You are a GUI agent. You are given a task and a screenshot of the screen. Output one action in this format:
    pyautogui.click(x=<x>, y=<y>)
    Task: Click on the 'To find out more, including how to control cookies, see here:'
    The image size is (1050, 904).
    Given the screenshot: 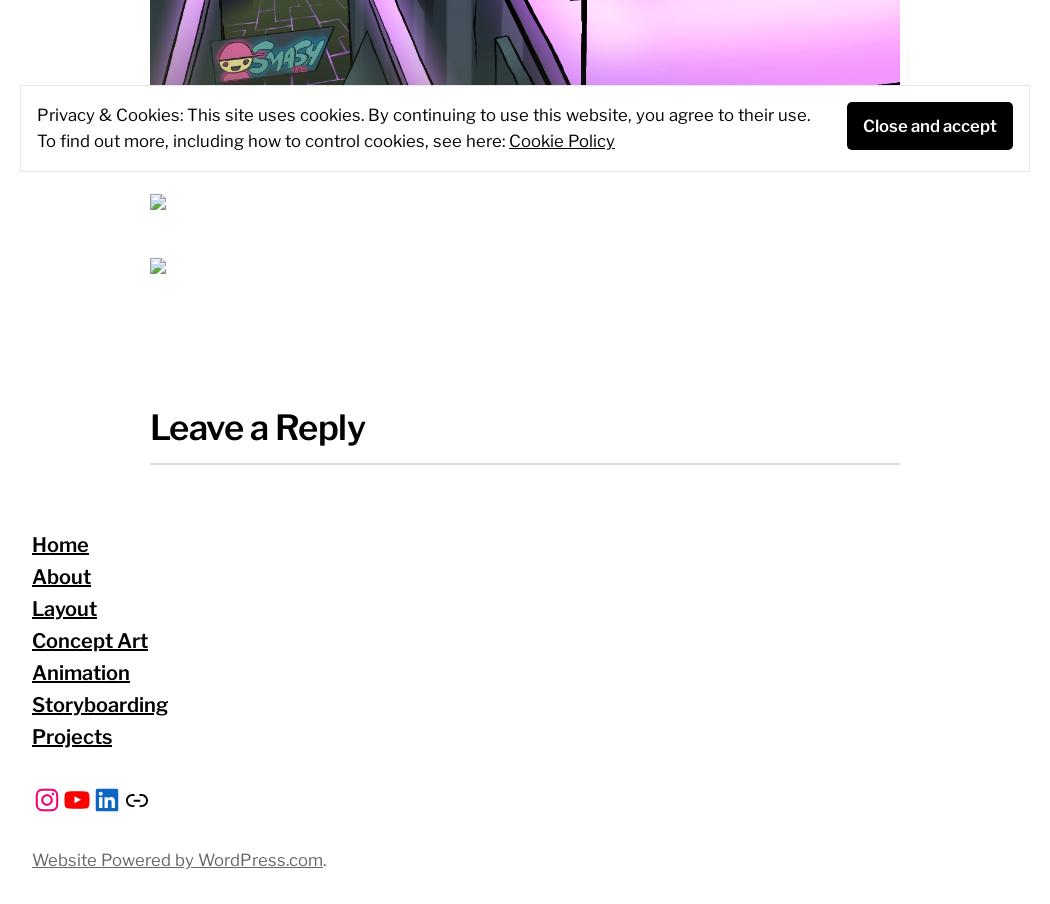 What is the action you would take?
    pyautogui.click(x=36, y=140)
    